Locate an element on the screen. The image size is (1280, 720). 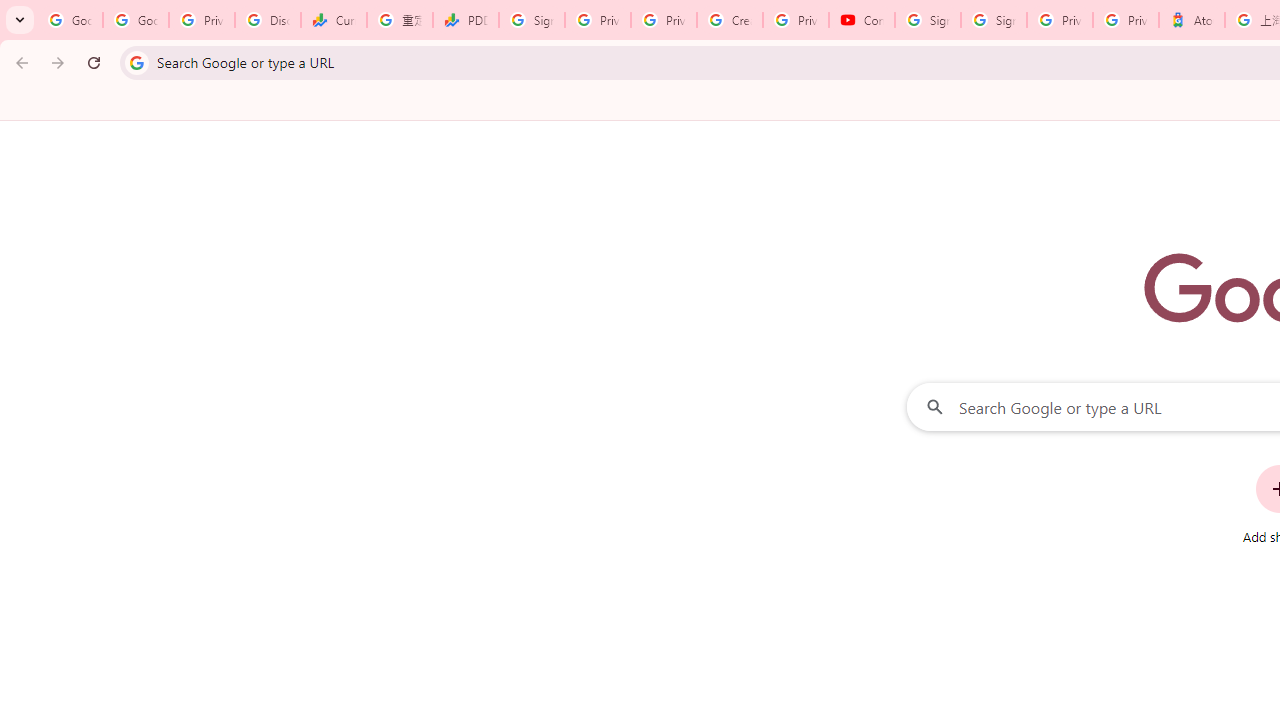
'Create your Google Account' is located at coordinates (729, 20).